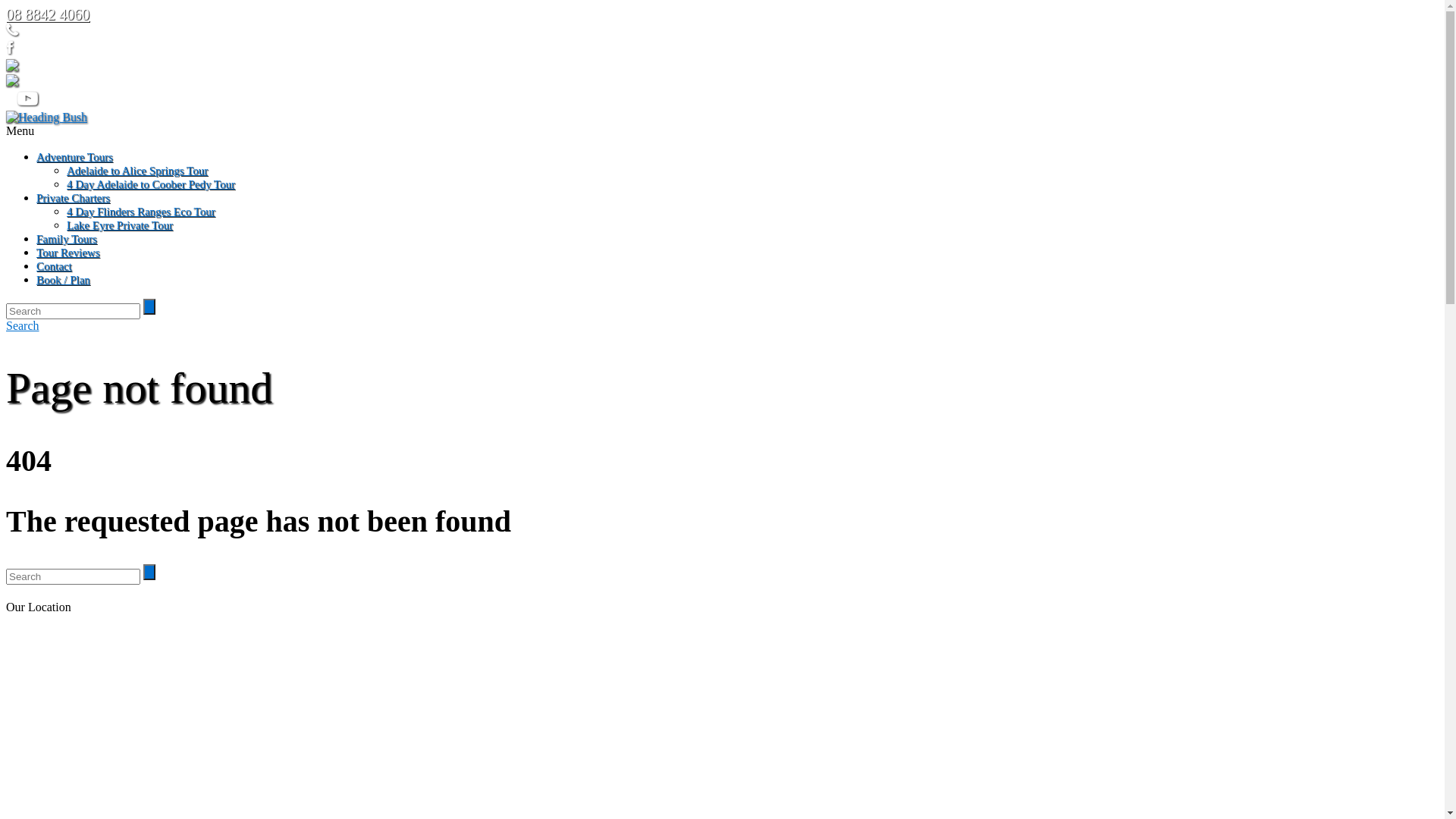  What do you see at coordinates (150, 184) in the screenshot?
I see `'4 Day Adelaide to Coober Pedy Tour'` at bounding box center [150, 184].